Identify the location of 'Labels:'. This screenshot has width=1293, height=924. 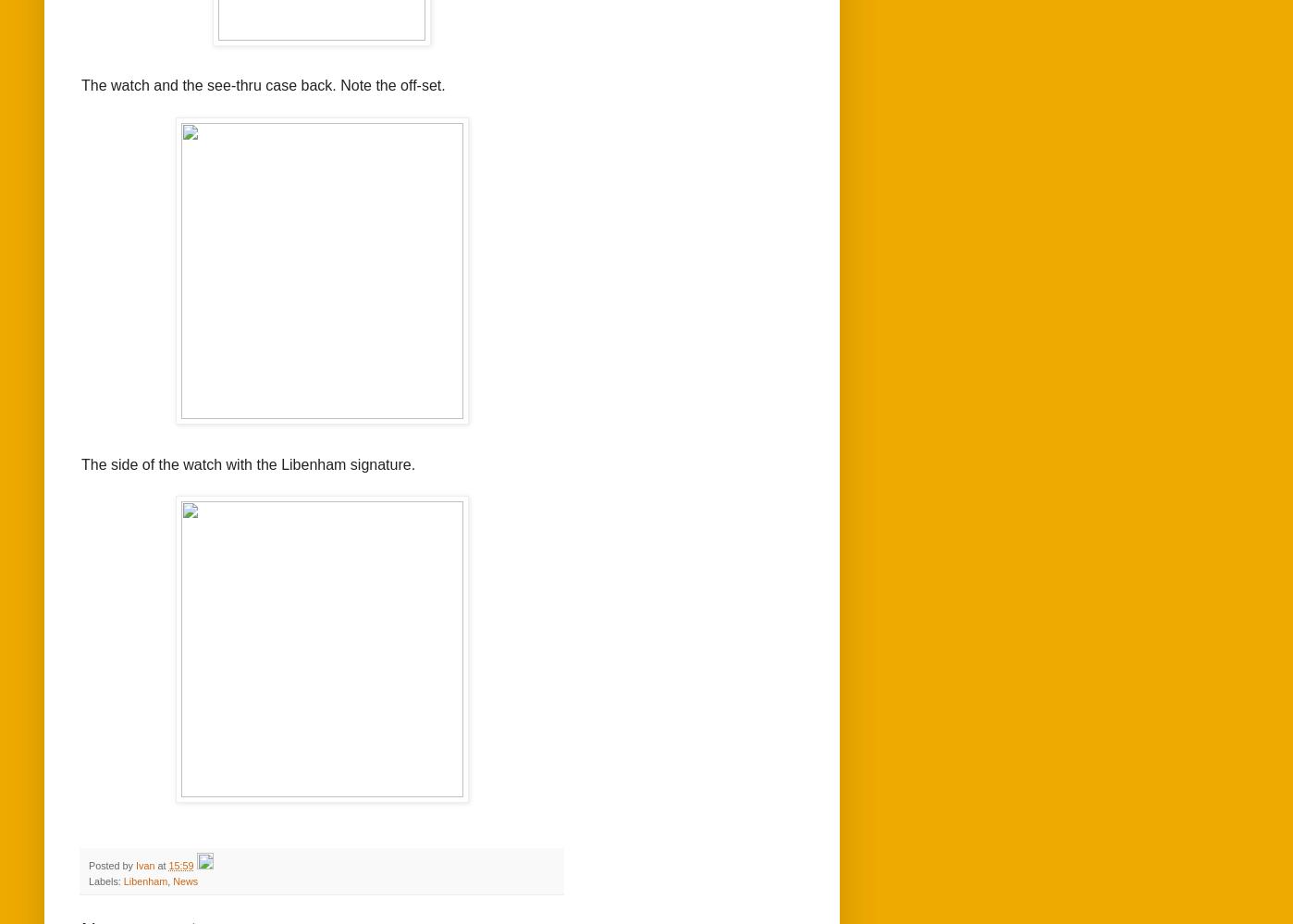
(105, 881).